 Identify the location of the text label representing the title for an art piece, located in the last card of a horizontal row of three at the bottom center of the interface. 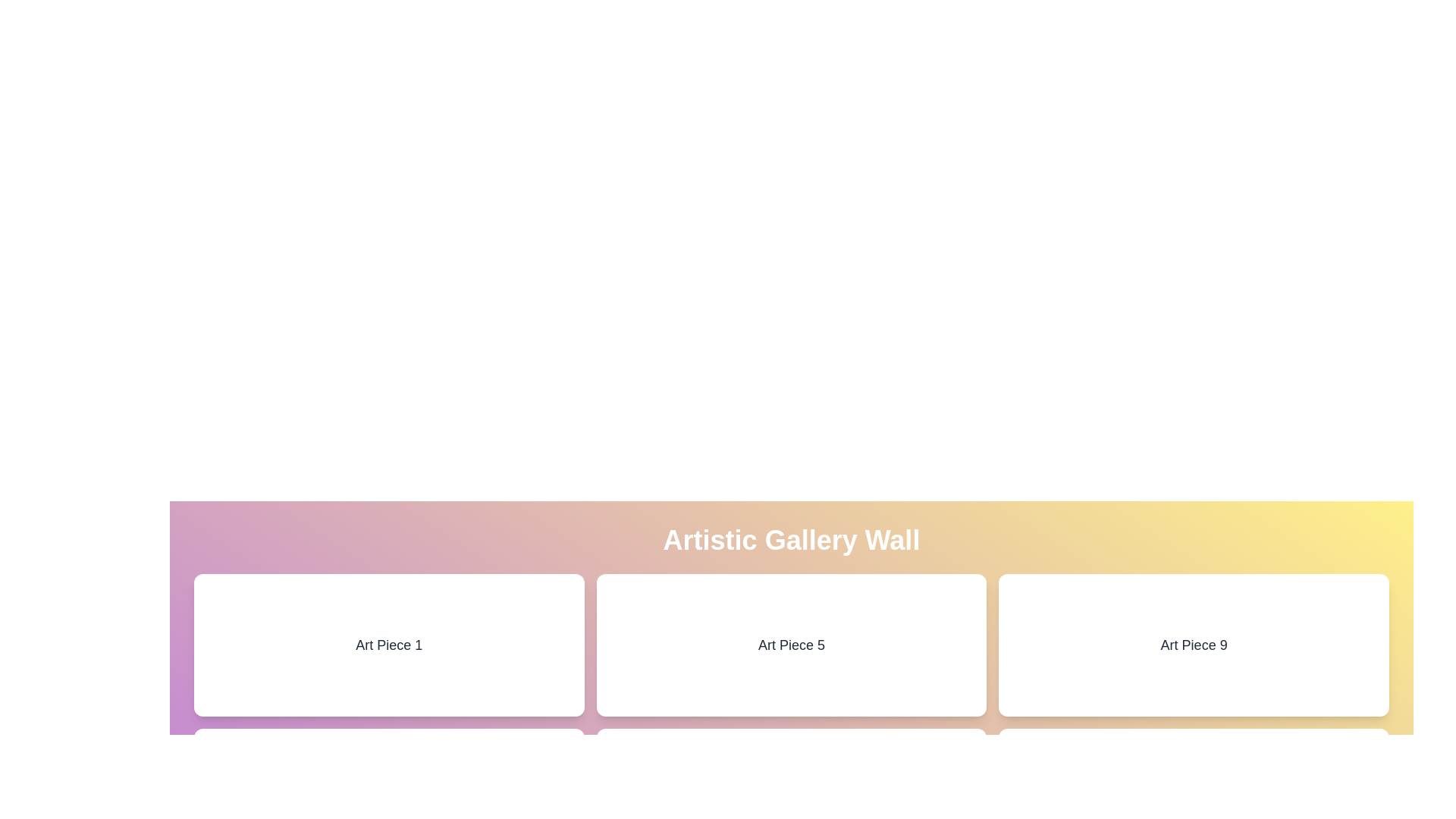
(1193, 645).